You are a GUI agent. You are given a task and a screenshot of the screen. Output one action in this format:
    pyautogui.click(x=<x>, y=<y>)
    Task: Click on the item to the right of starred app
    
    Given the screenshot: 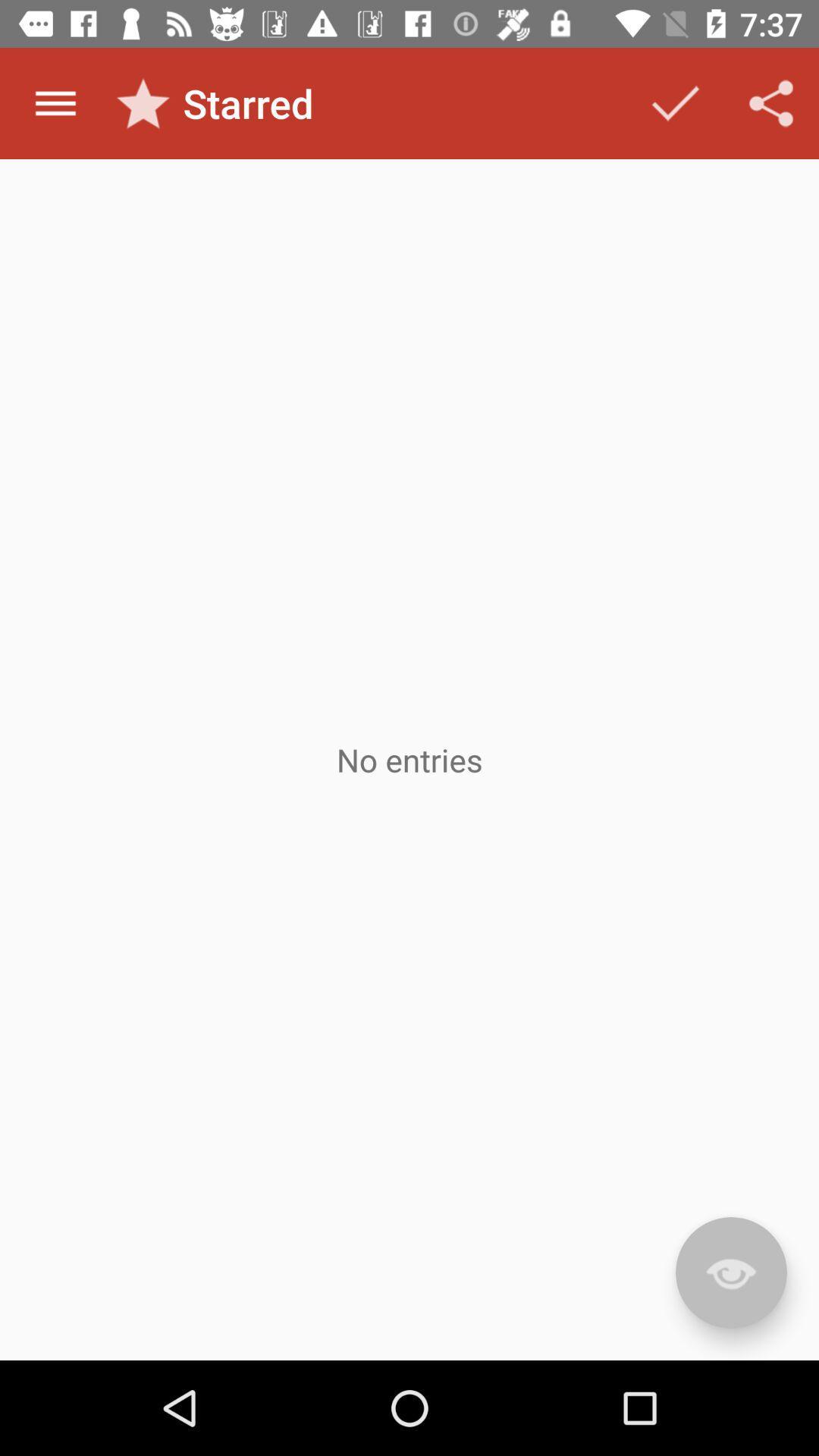 What is the action you would take?
    pyautogui.click(x=675, y=102)
    